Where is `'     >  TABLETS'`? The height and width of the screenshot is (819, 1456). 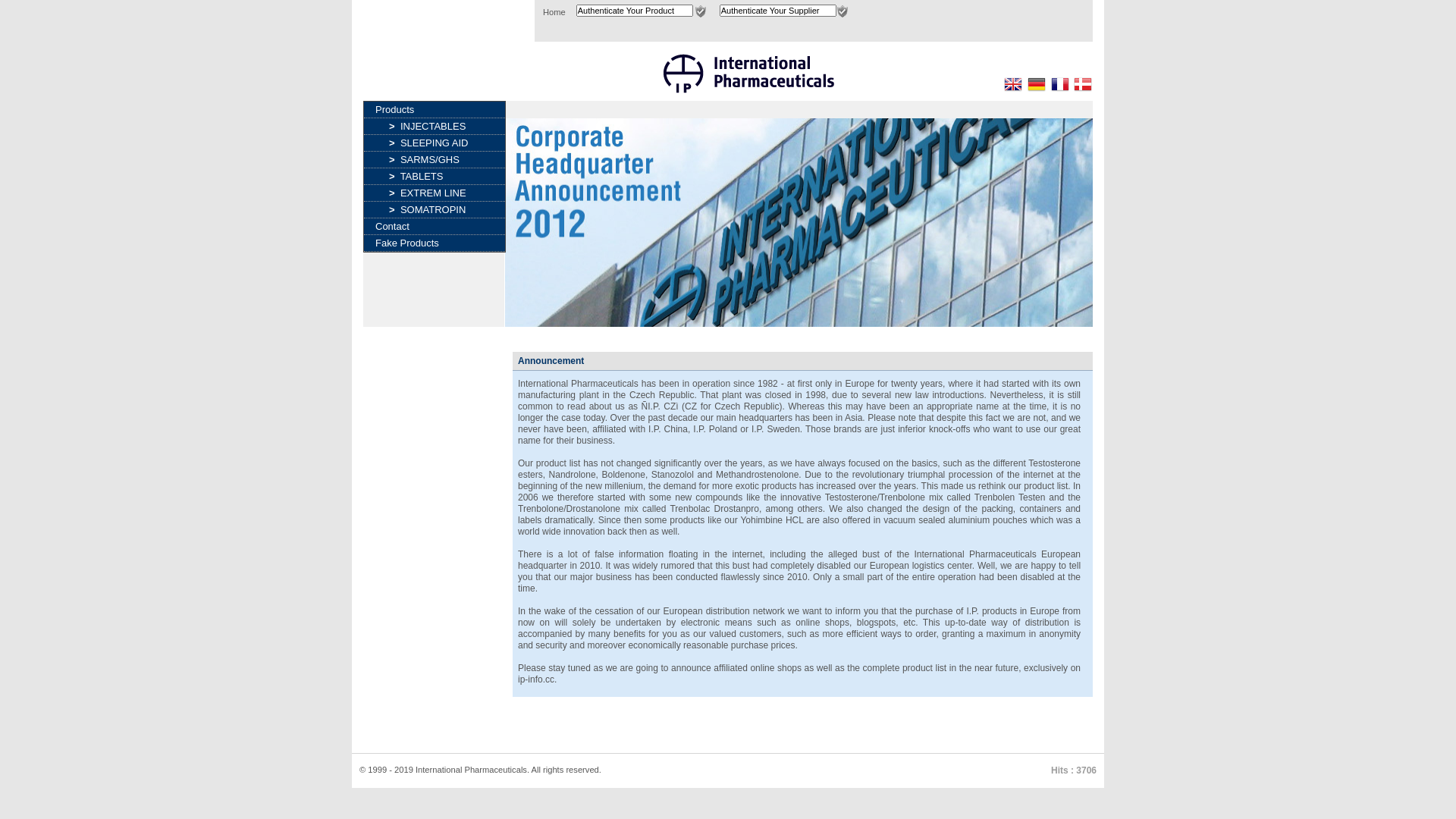 '     >  TABLETS' is located at coordinates (434, 175).